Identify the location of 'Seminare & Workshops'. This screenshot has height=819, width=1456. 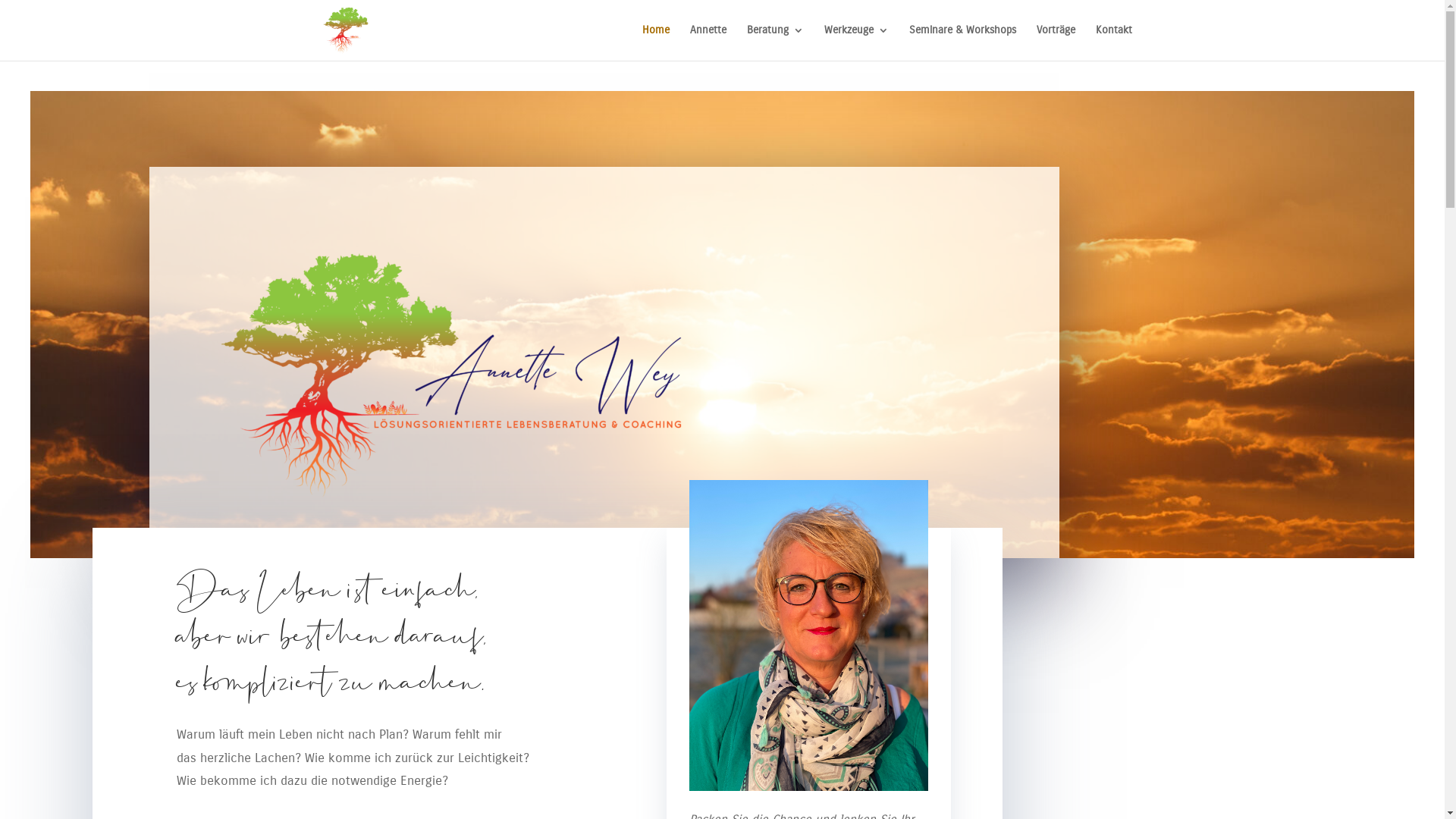
(961, 42).